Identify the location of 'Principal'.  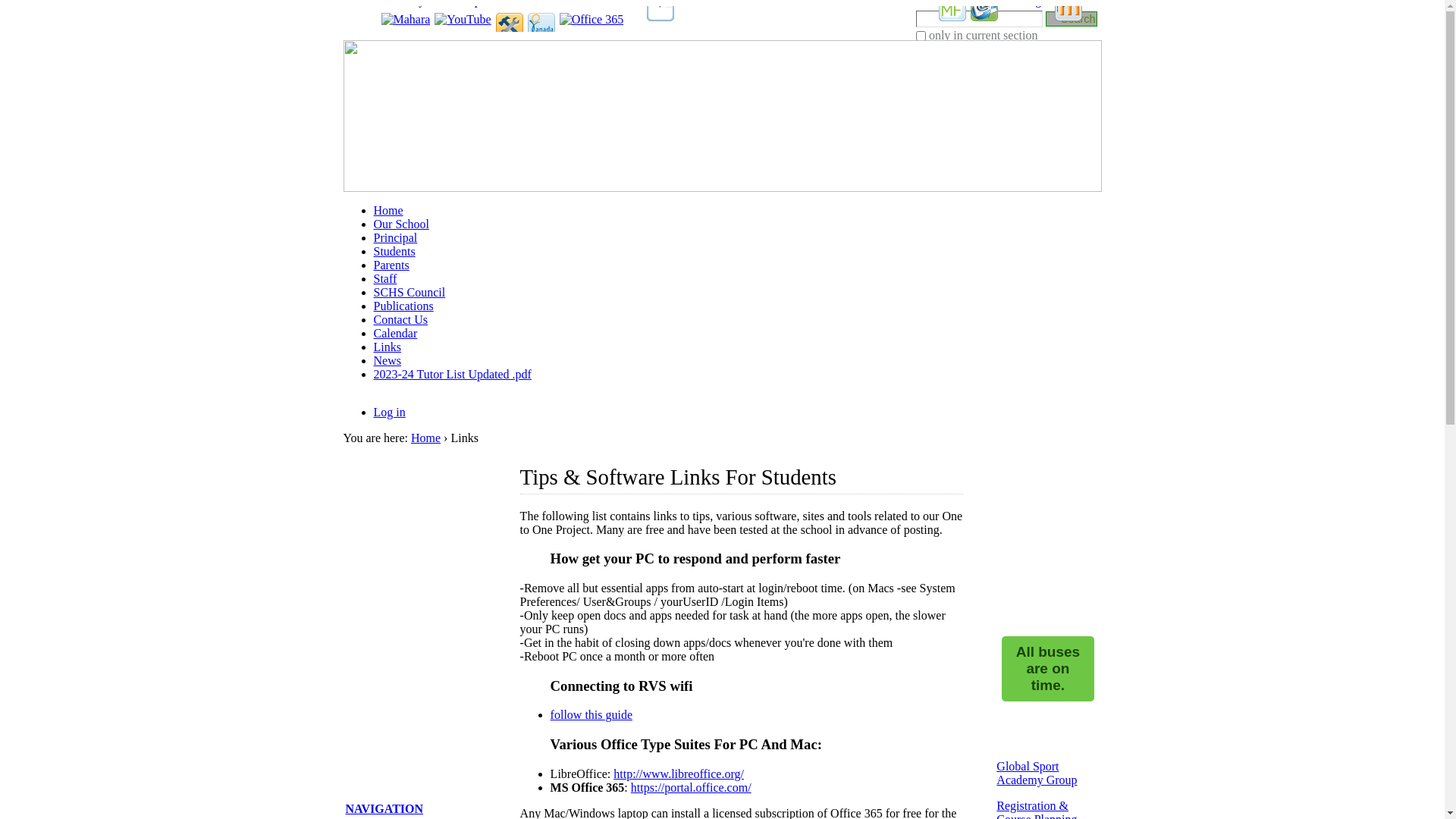
(395, 237).